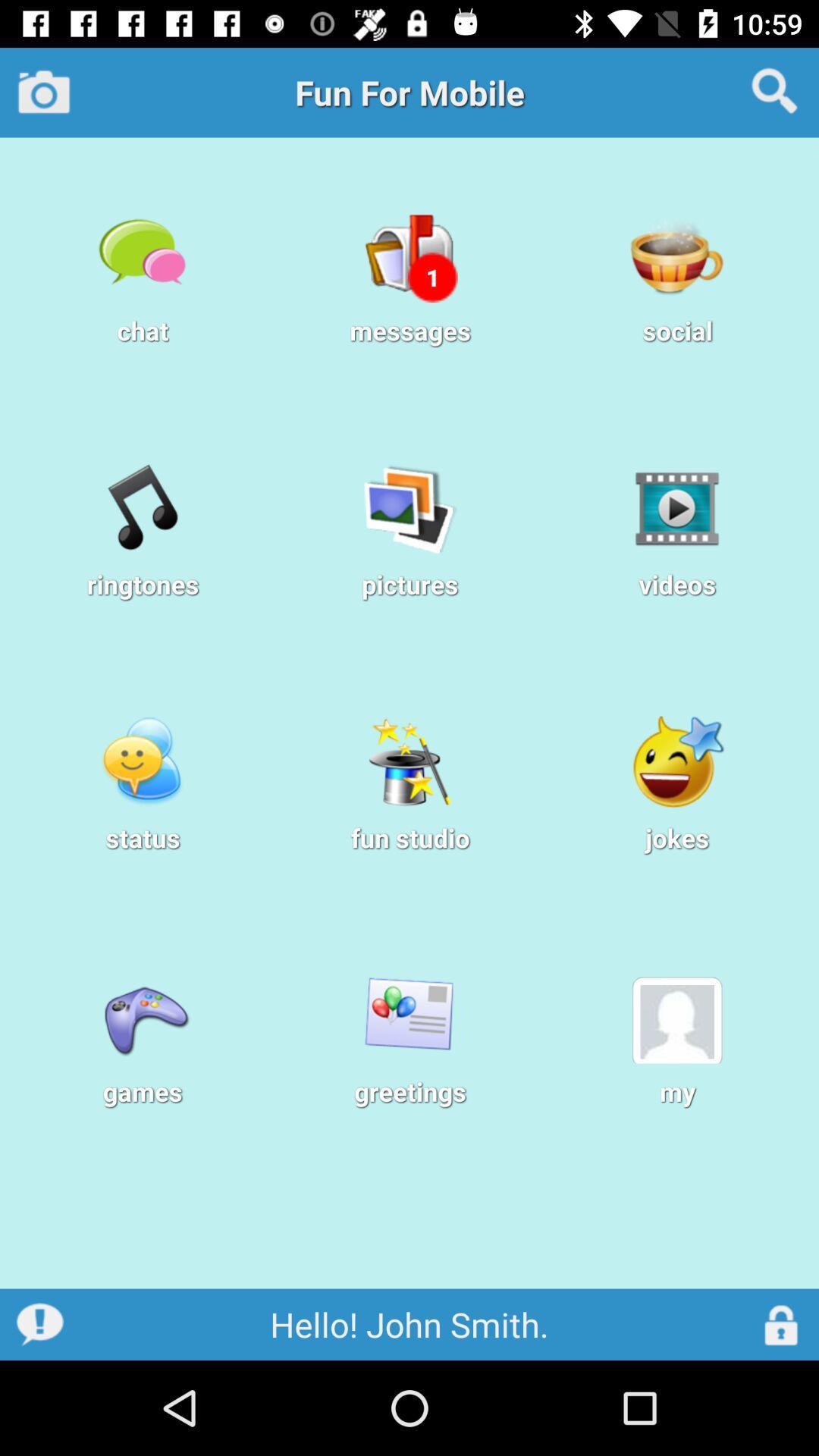  I want to click on the photo icon, so click(43, 91).